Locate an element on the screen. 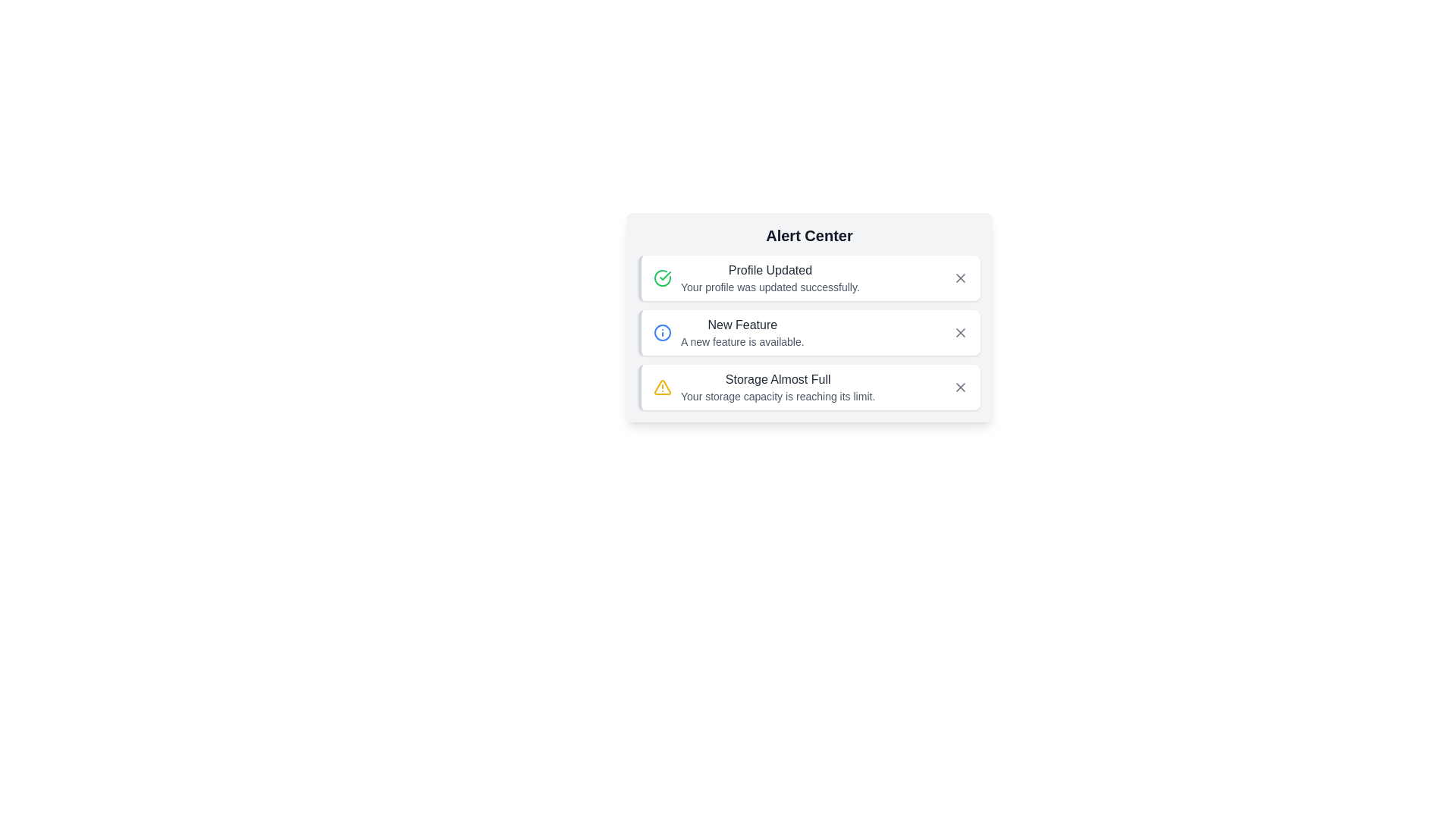  the close button (close icon) located at the top right of the 'New Feature' notification in the 'Alert Center' modal is located at coordinates (960, 332).